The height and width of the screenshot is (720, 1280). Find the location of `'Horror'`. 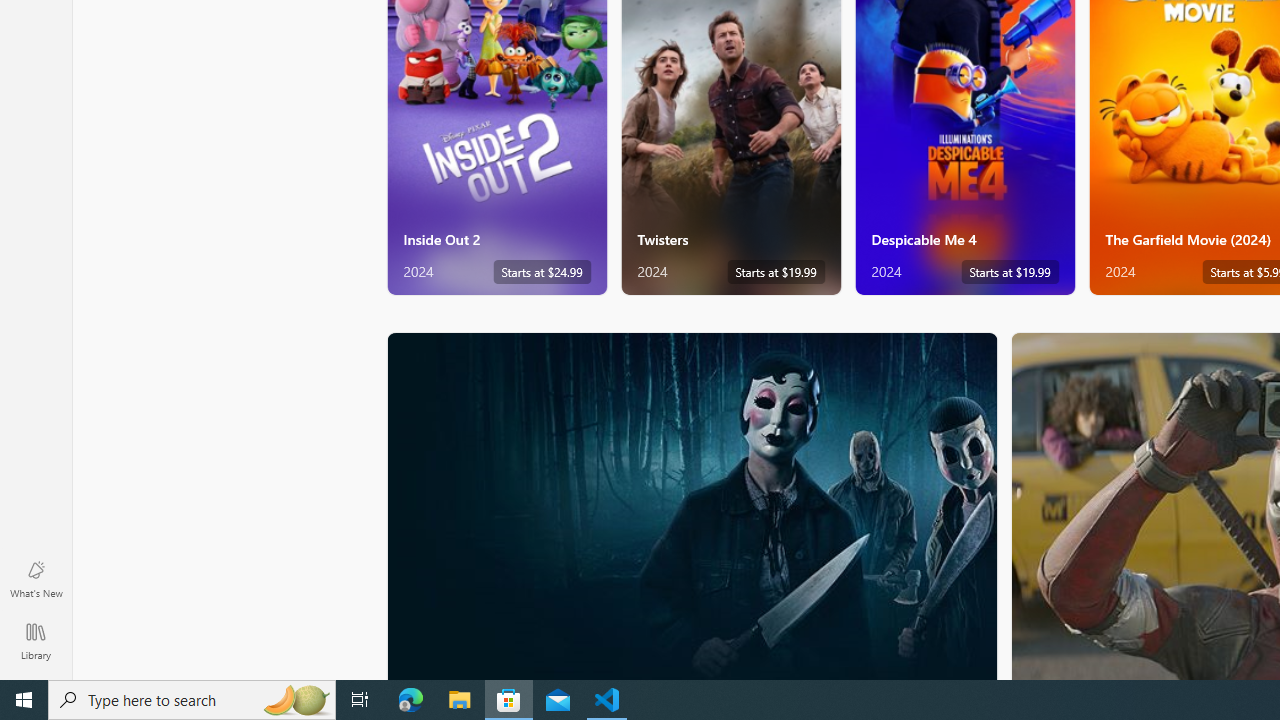

'Horror' is located at coordinates (692, 504).